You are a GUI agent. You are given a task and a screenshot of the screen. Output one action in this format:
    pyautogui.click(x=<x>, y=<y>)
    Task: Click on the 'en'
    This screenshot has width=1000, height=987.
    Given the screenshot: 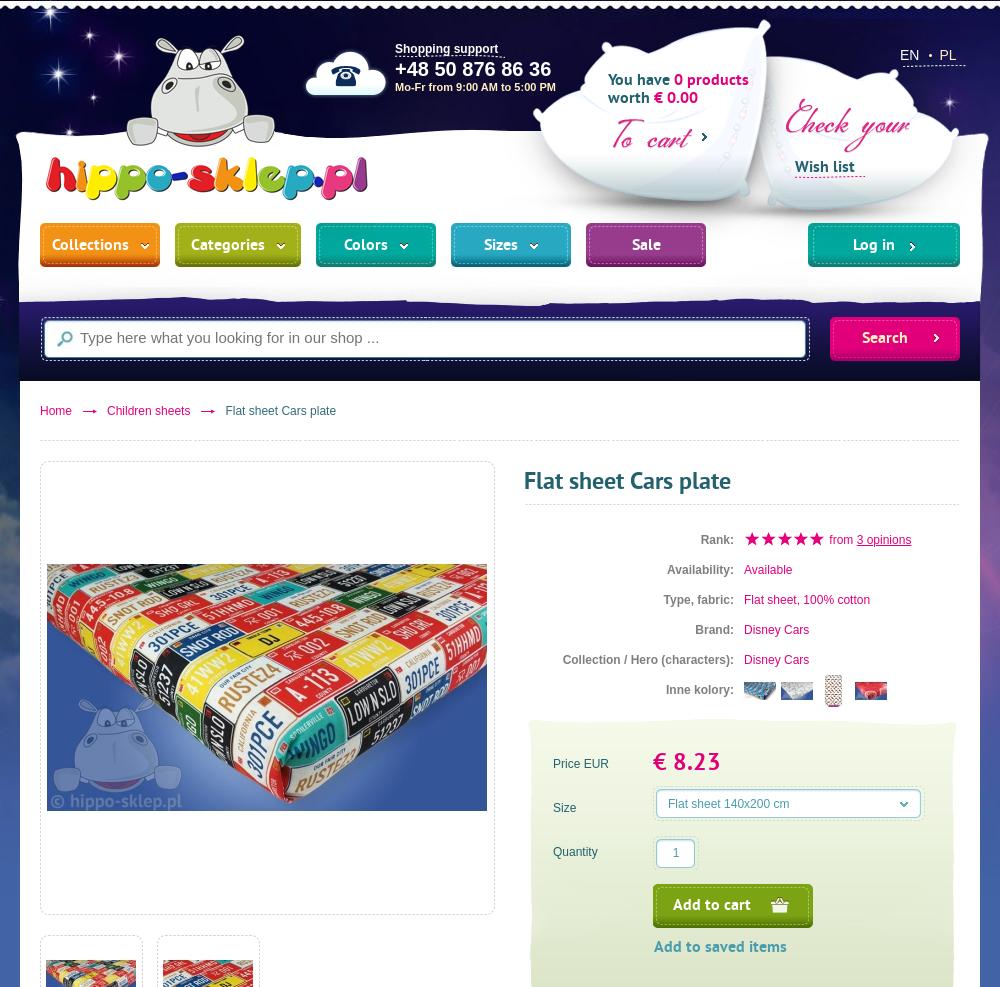 What is the action you would take?
    pyautogui.click(x=909, y=53)
    